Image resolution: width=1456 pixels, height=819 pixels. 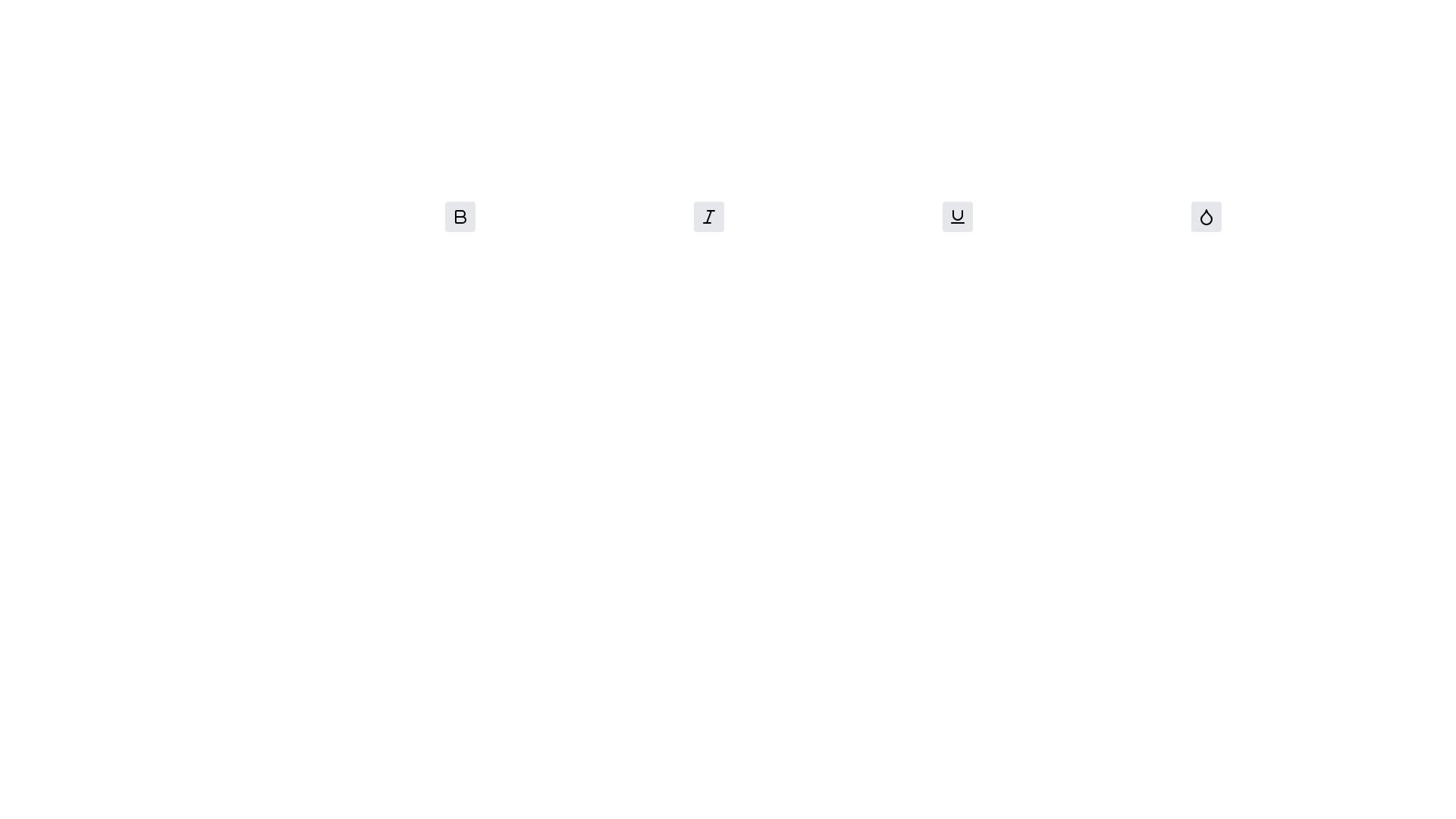 What do you see at coordinates (1205, 216) in the screenshot?
I see `the fourth button in the top center group, which has a rounded shape, light gray background, and a droplet icon` at bounding box center [1205, 216].